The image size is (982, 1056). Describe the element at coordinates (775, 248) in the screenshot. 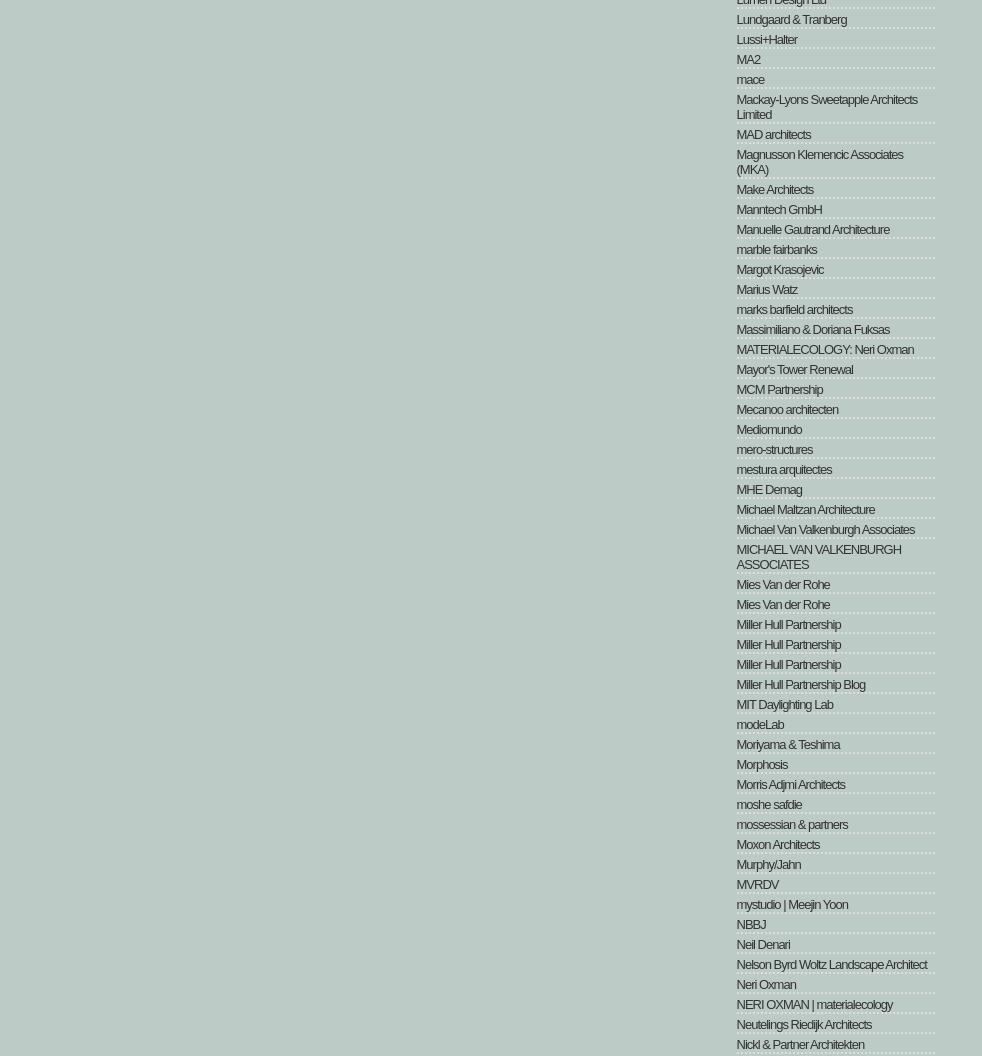

I see `'marble fairbanks'` at that location.